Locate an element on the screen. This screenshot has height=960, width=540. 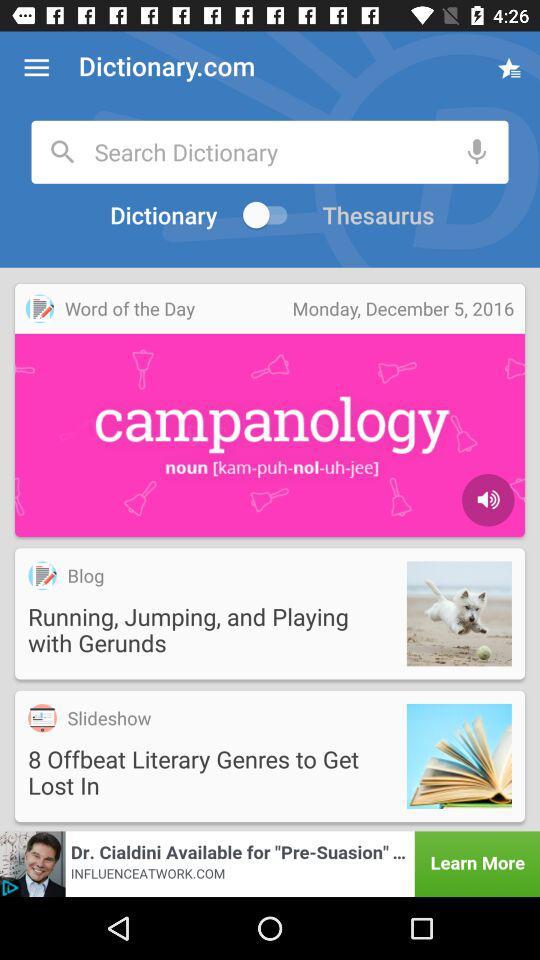
the icon left to the text search dictionary is located at coordinates (63, 151).